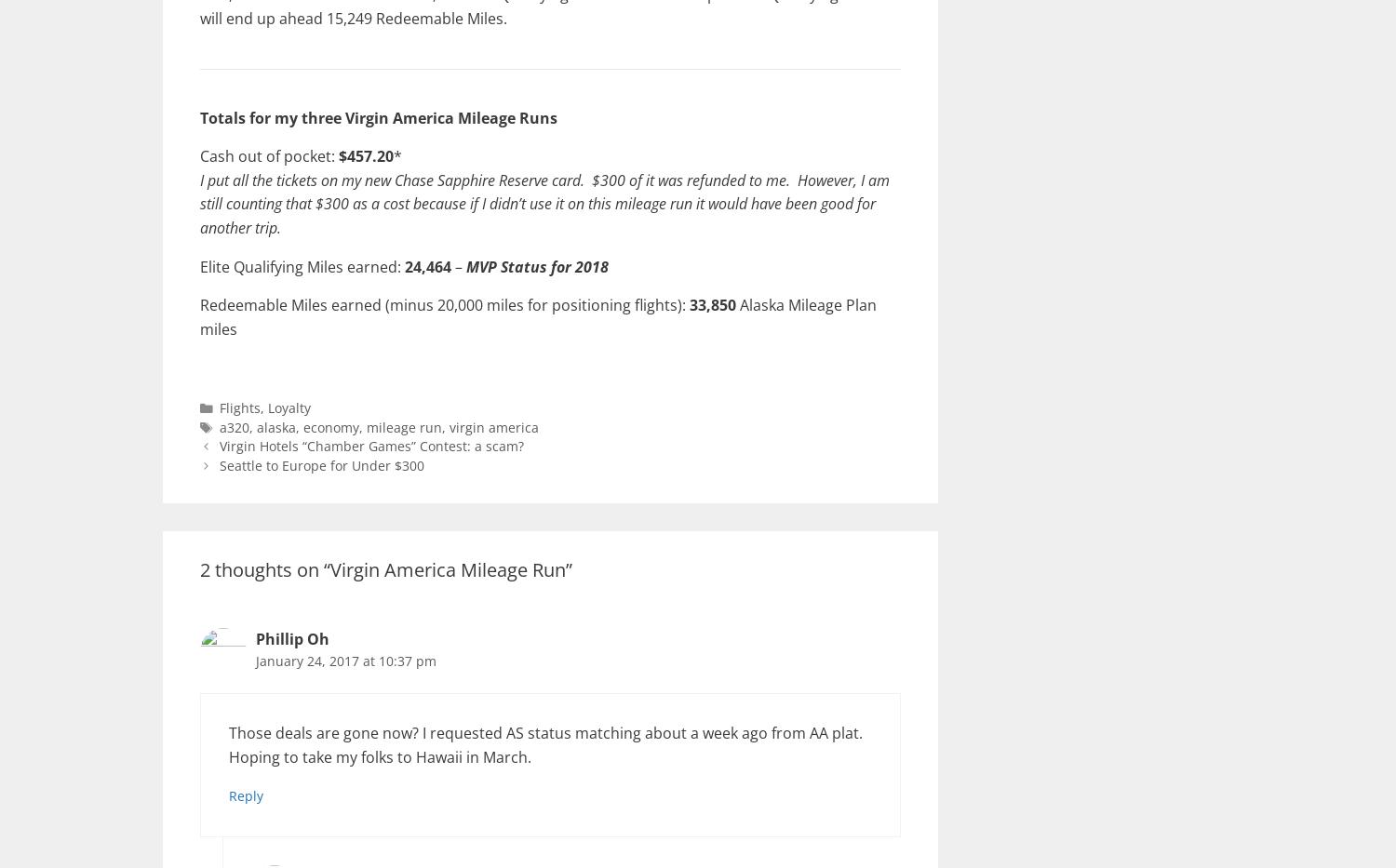 Image resolution: width=1396 pixels, height=868 pixels. What do you see at coordinates (345, 660) in the screenshot?
I see `'January 24, 2017 at 10:37 pm'` at bounding box center [345, 660].